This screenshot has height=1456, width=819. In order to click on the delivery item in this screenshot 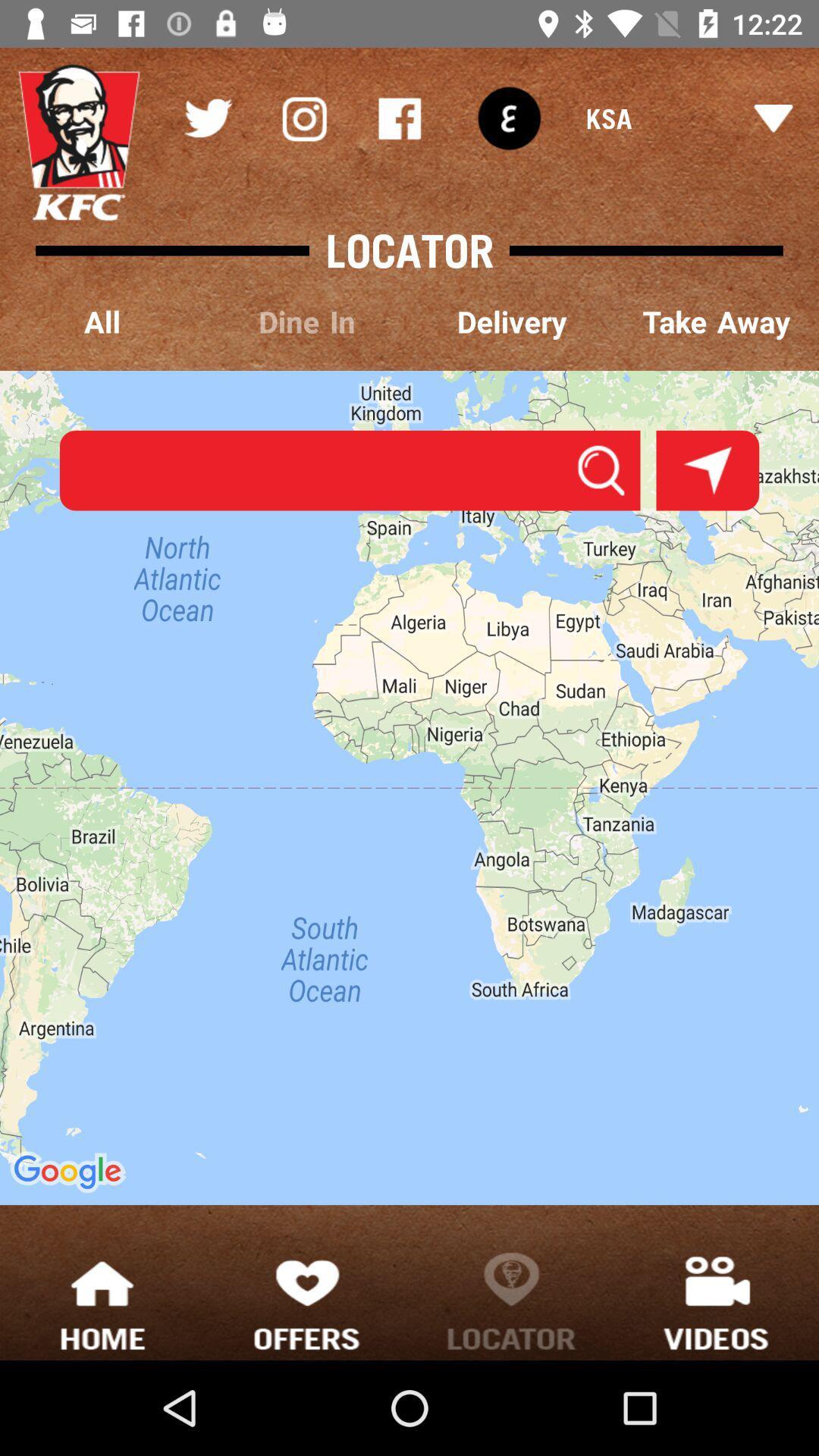, I will do `click(512, 322)`.